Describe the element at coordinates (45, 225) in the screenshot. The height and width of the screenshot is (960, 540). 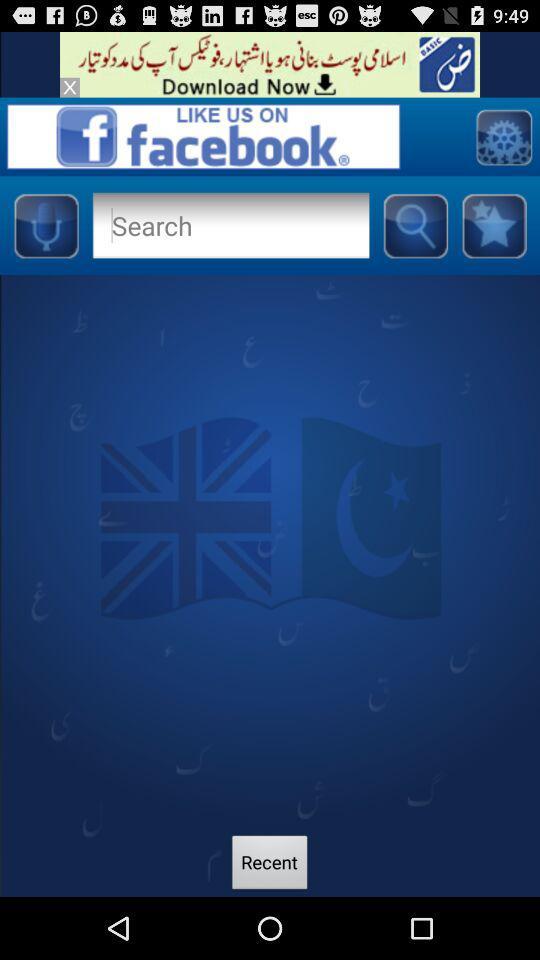
I see `microphone` at that location.